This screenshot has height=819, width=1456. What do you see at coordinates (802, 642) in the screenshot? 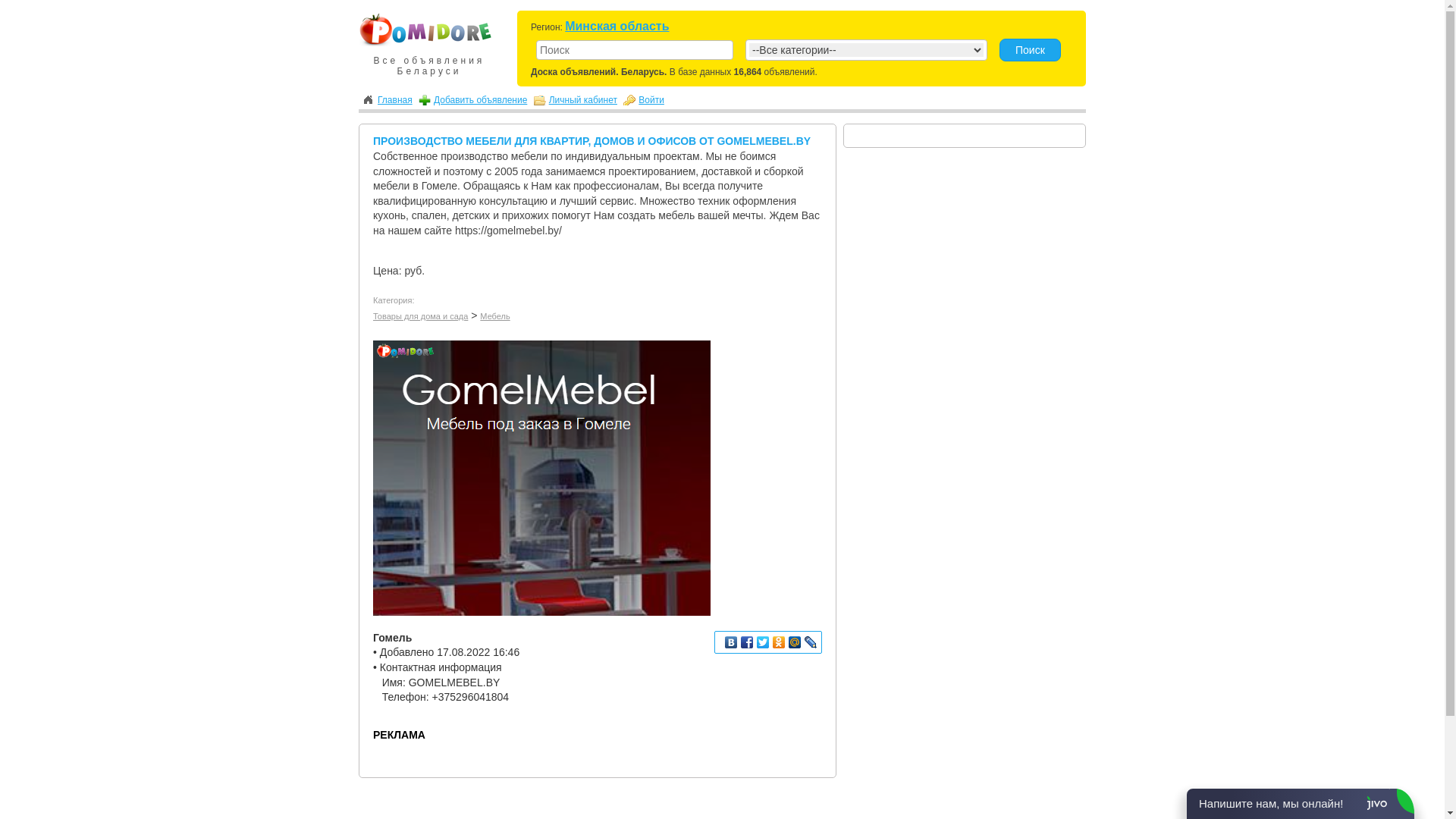
I see `'LiveJournal'` at bounding box center [802, 642].